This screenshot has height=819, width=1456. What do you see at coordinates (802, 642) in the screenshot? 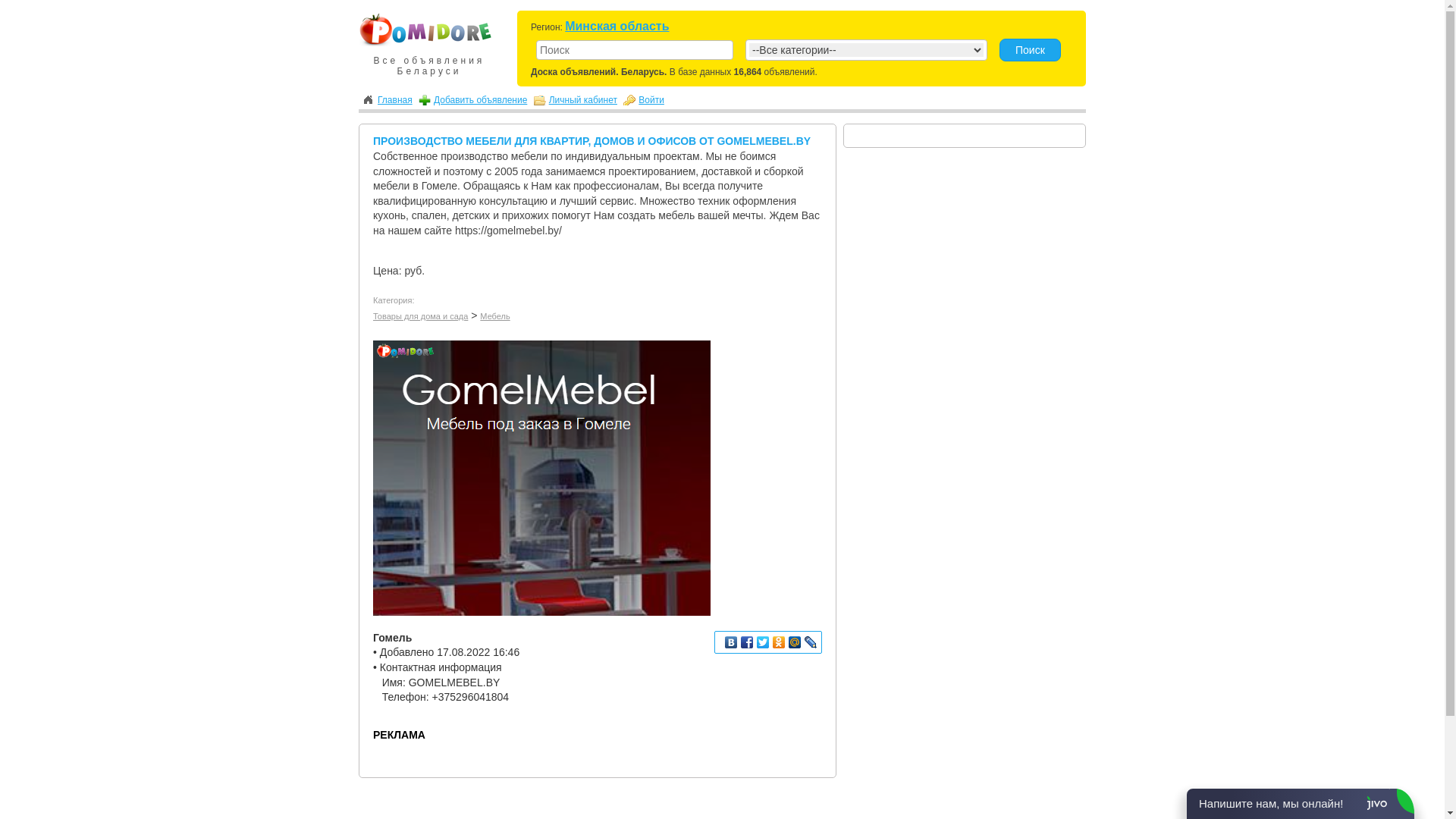
I see `'LiveJournal'` at bounding box center [802, 642].